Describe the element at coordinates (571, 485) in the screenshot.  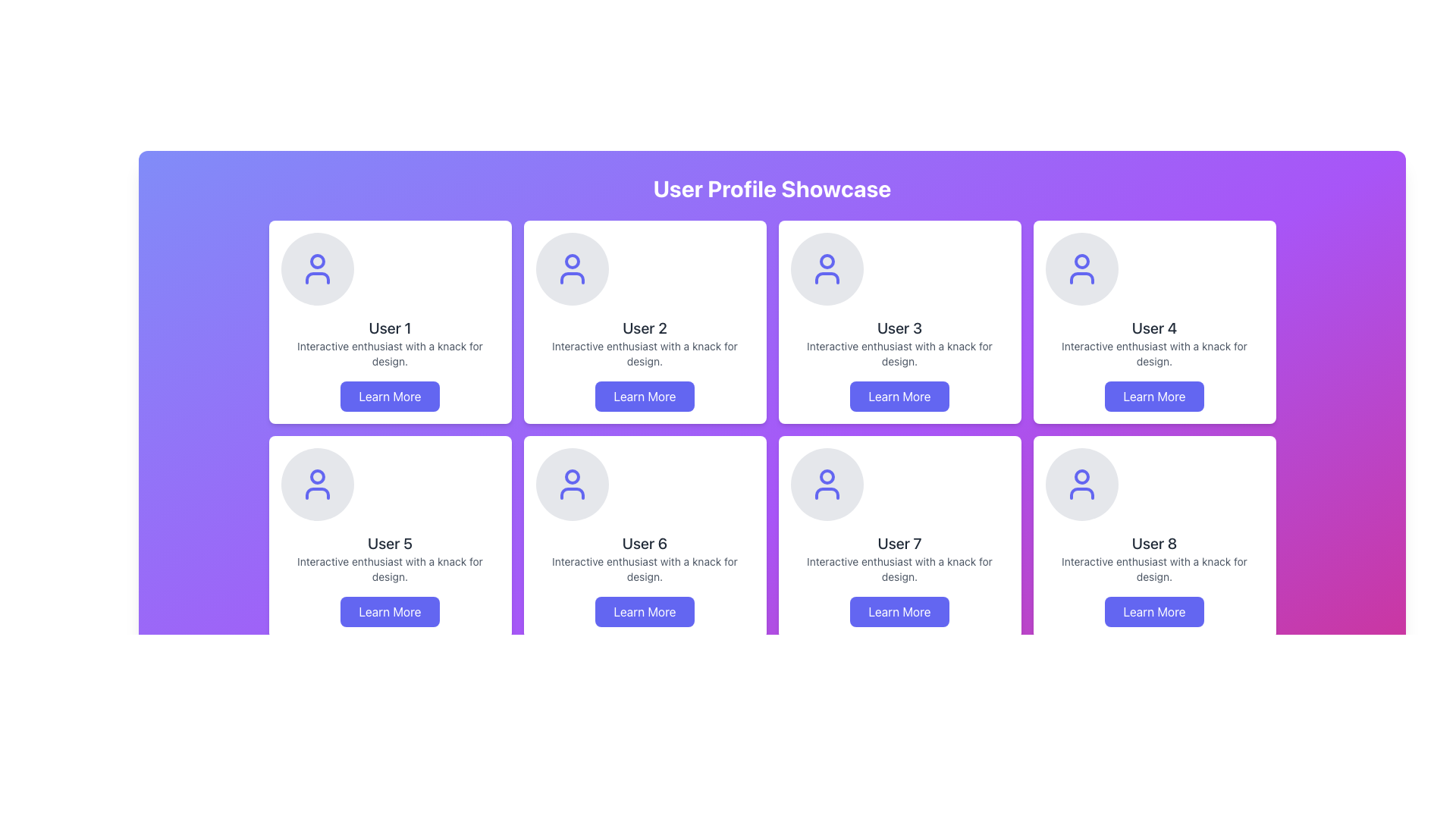
I see `the decorative icon within the circular area at the top section of the 'User 6' card, which serves as a visual representation for the user profile` at that location.